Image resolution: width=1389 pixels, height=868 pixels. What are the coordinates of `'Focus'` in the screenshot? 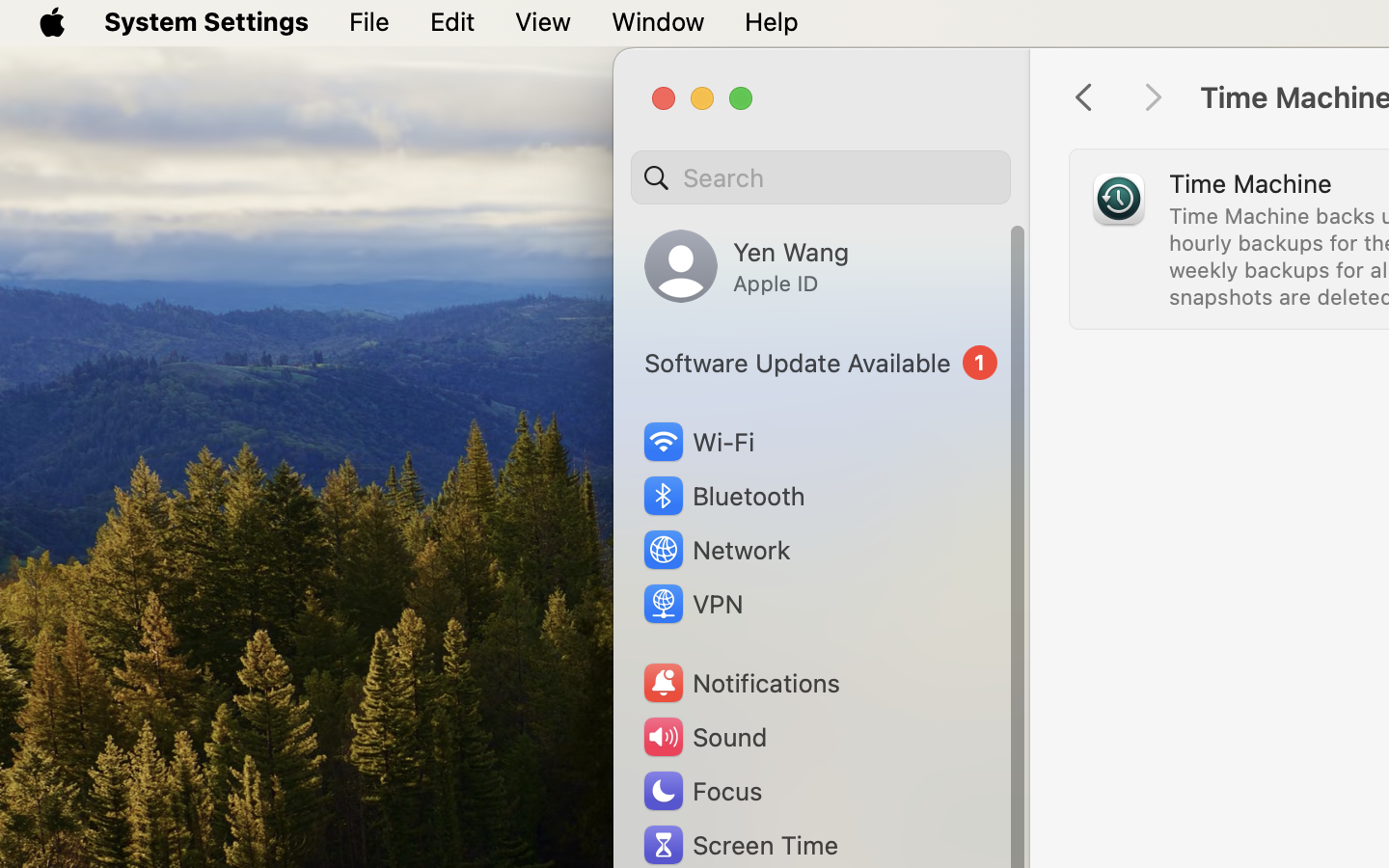 It's located at (700, 790).